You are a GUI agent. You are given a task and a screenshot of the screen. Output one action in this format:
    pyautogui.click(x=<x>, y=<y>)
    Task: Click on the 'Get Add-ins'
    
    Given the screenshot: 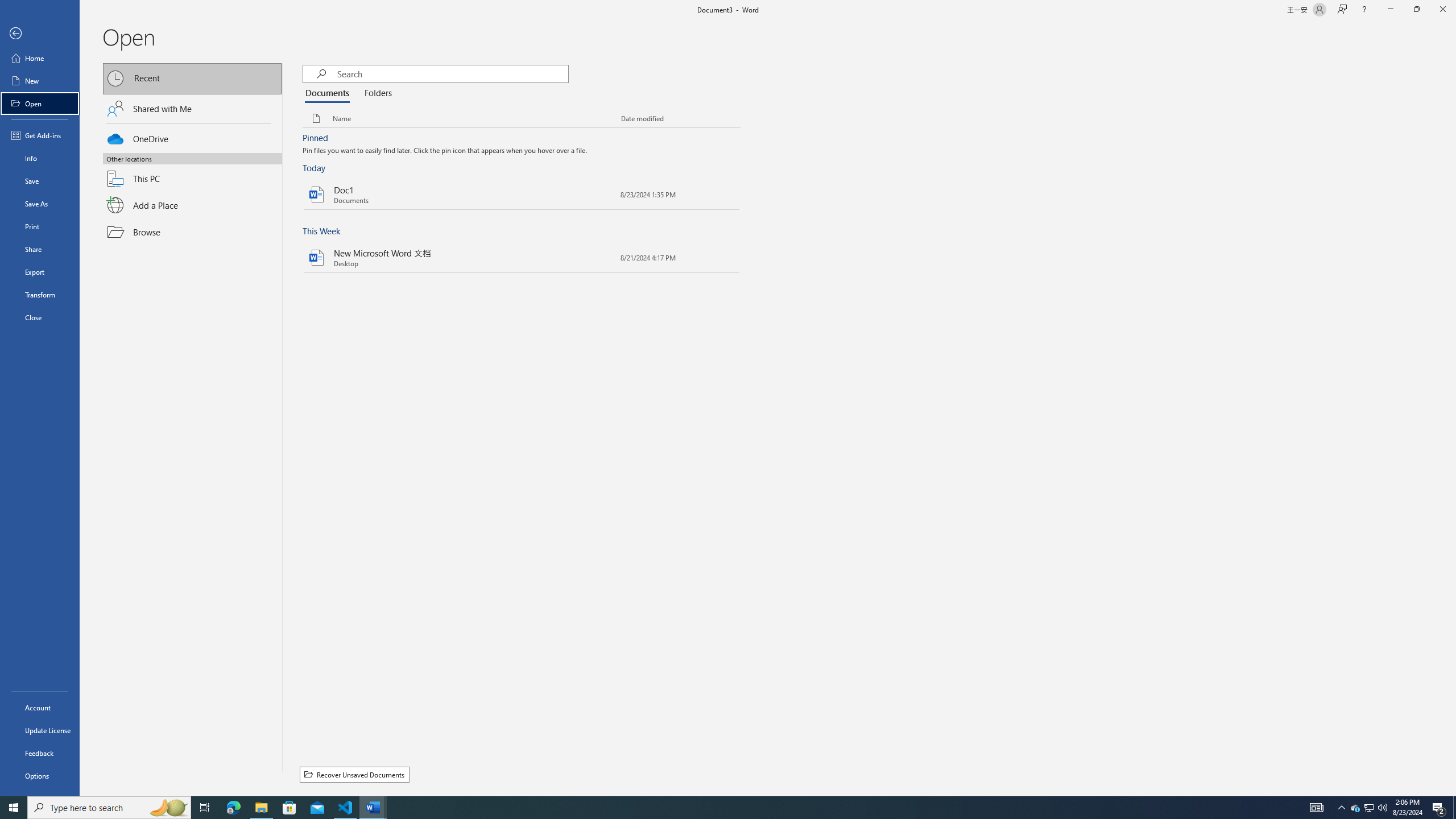 What is the action you would take?
    pyautogui.click(x=39, y=135)
    